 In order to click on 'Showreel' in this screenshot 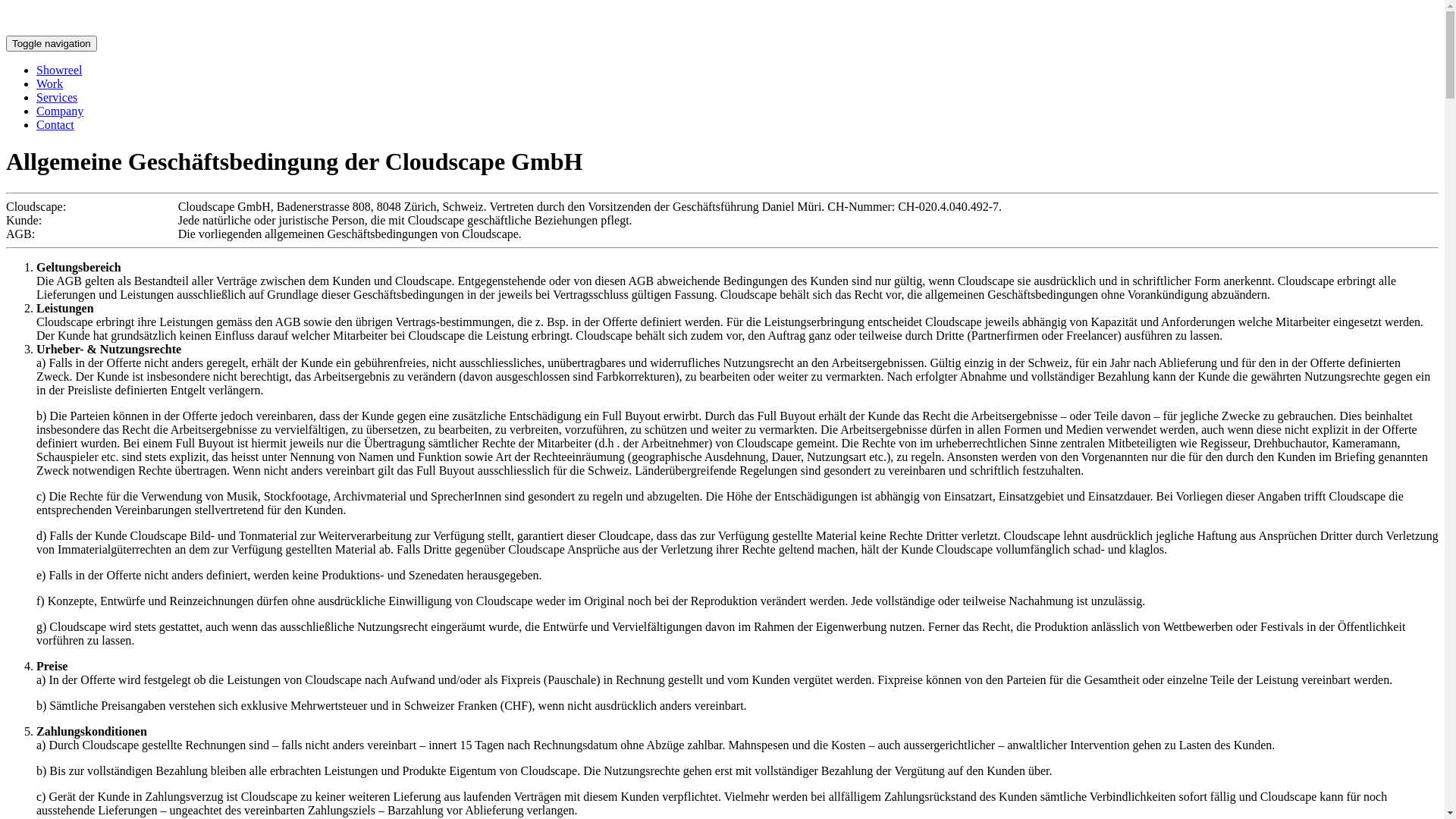, I will do `click(58, 70)`.